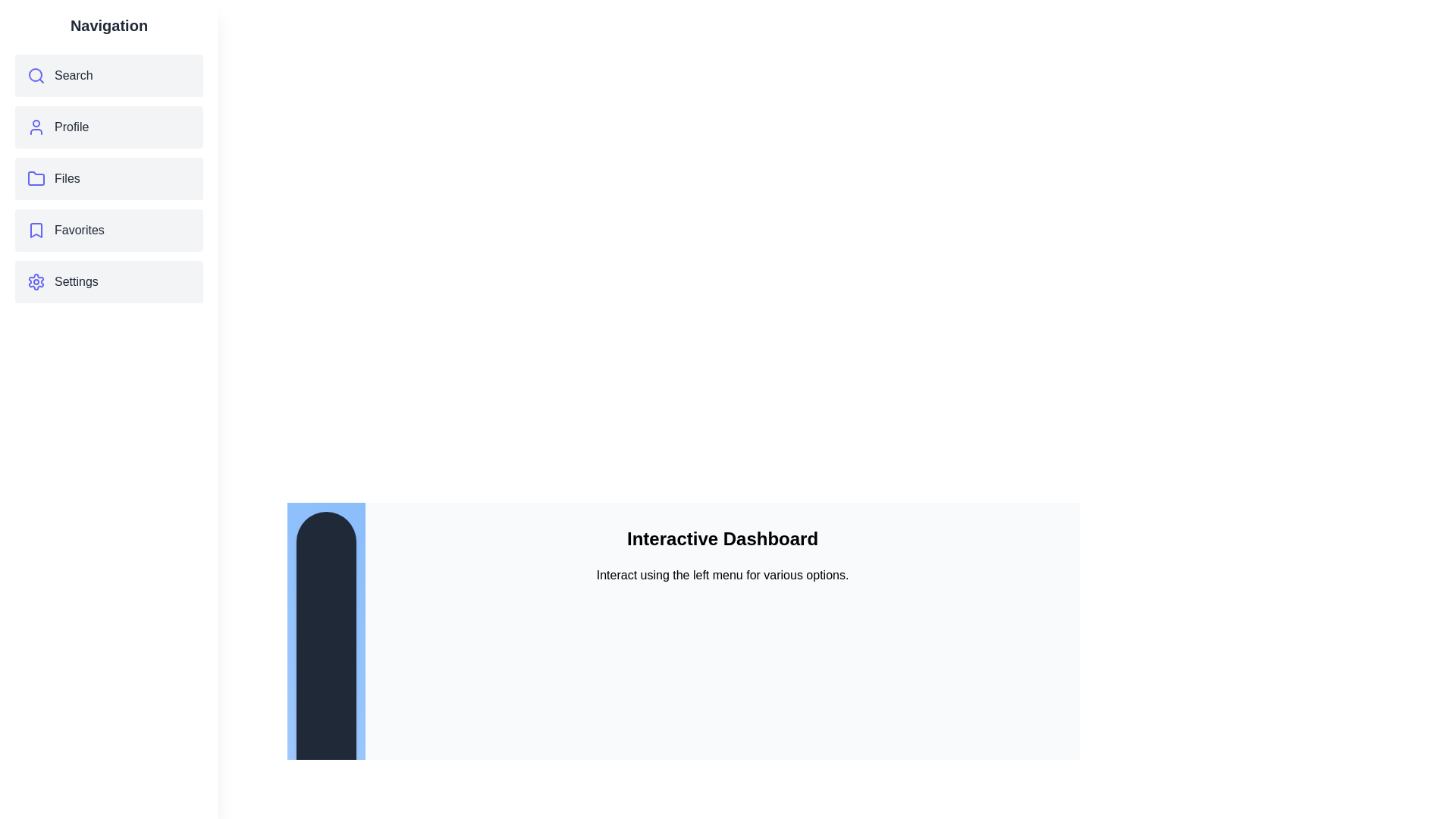 The image size is (1456, 819). I want to click on the icon corresponding to Files in the sidebar, so click(36, 177).